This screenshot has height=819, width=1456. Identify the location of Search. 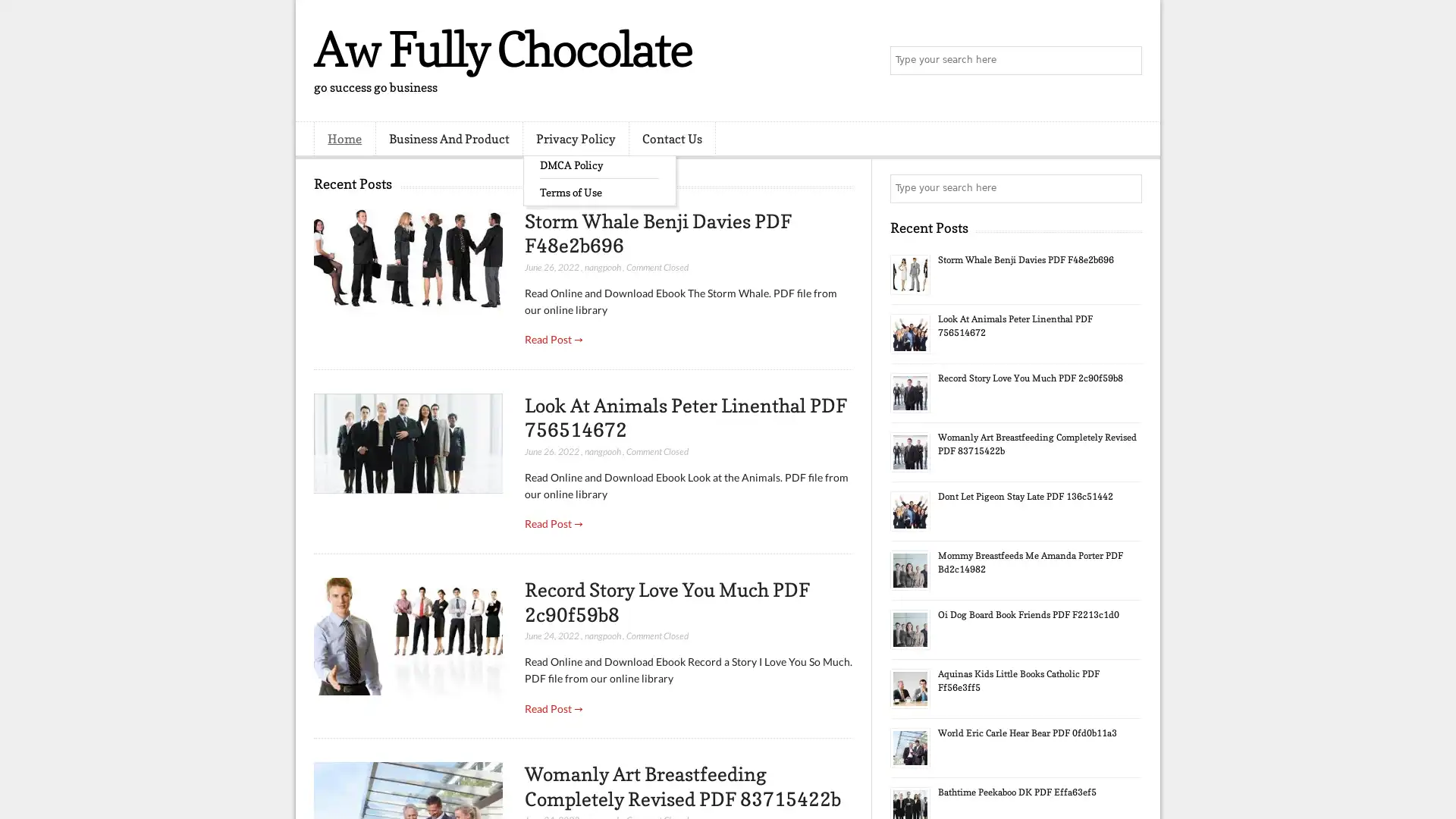
(1126, 188).